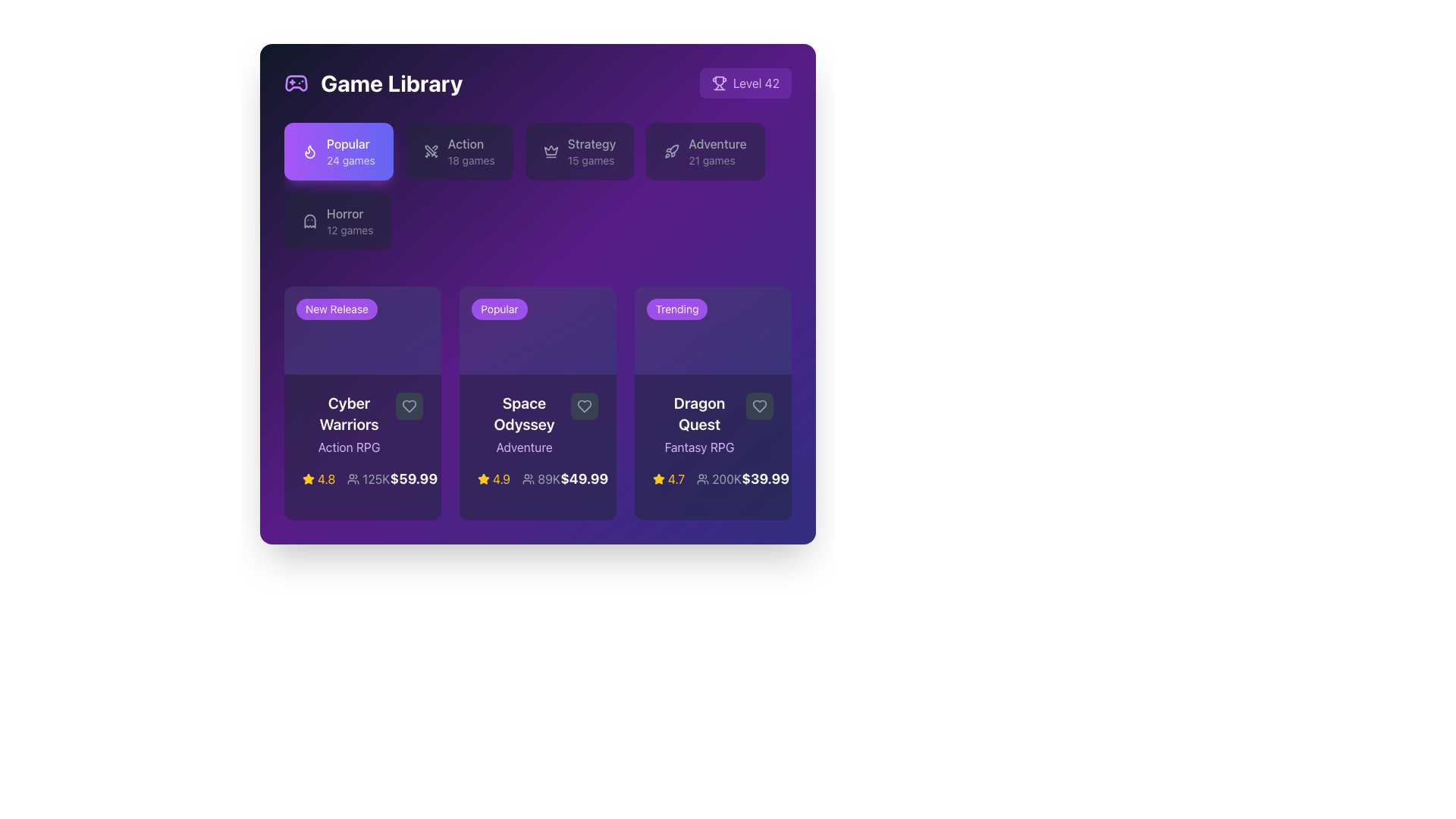  I want to click on the Text Label that categorizes or highlights the genre of the game 'Dragon Quest', which is located at the bottom of the game card, so click(698, 447).